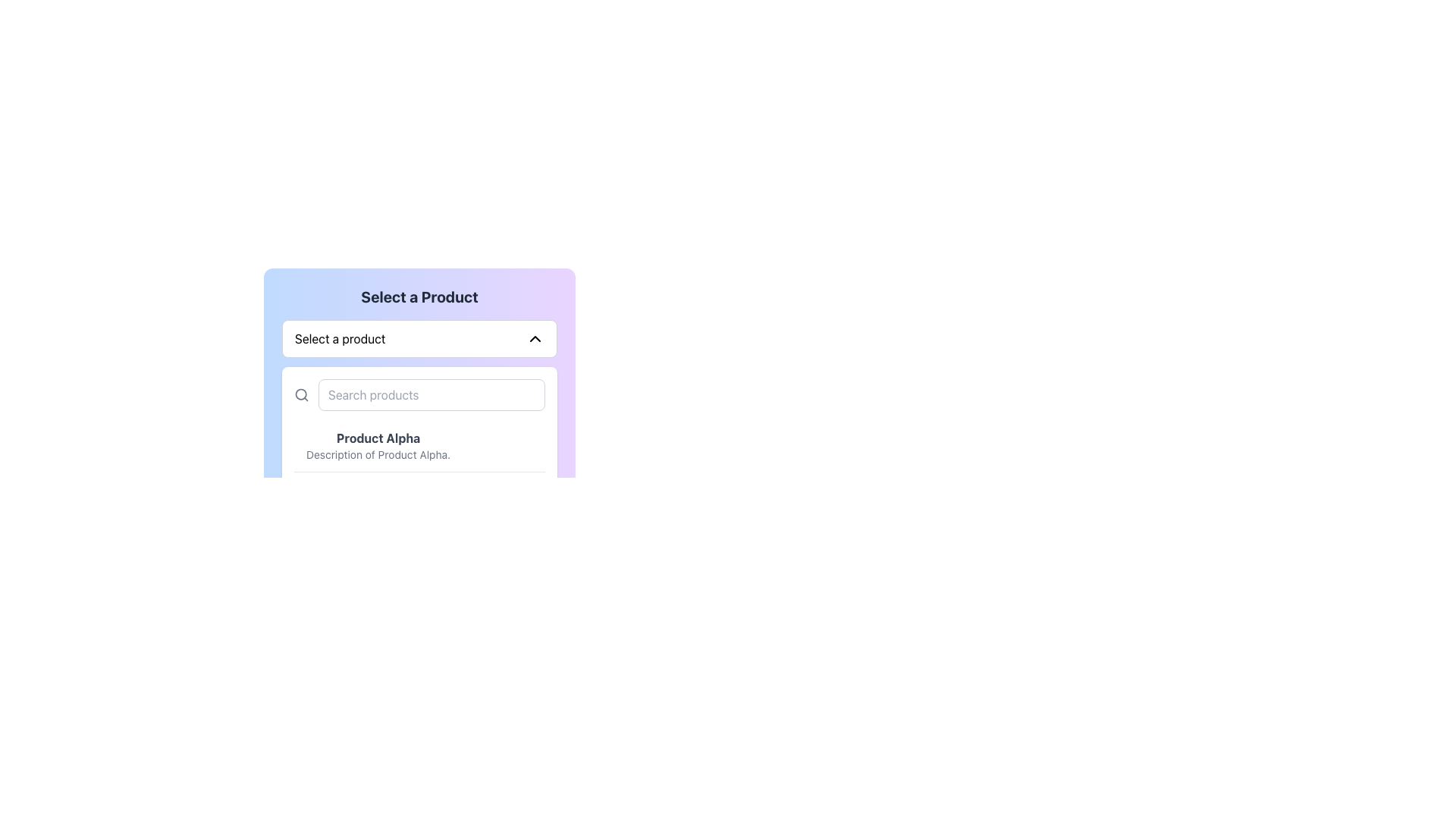  I want to click on the first list item displaying 'Product Alpha', so click(419, 445).